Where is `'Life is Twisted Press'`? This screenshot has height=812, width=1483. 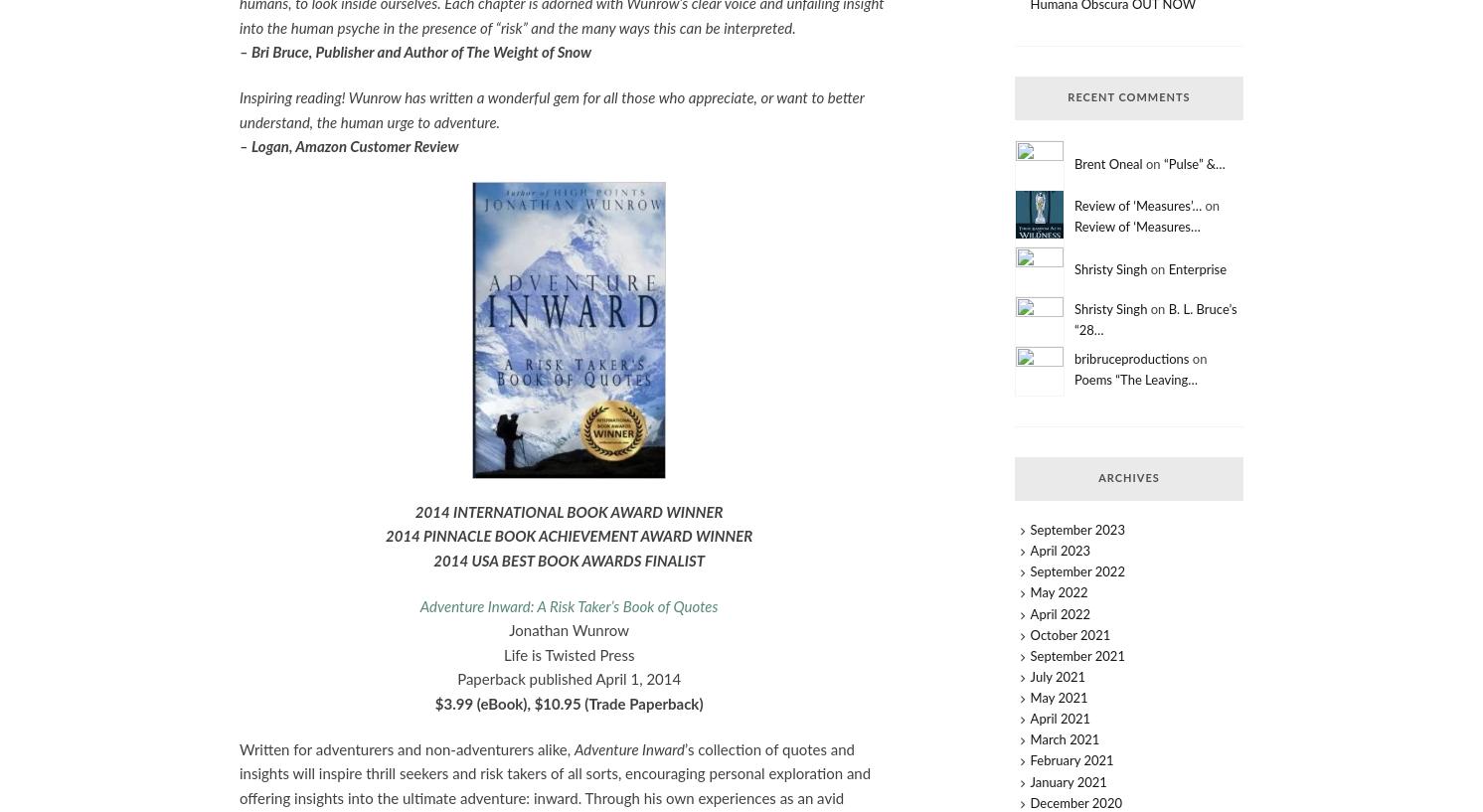 'Life is Twisted Press' is located at coordinates (502, 654).